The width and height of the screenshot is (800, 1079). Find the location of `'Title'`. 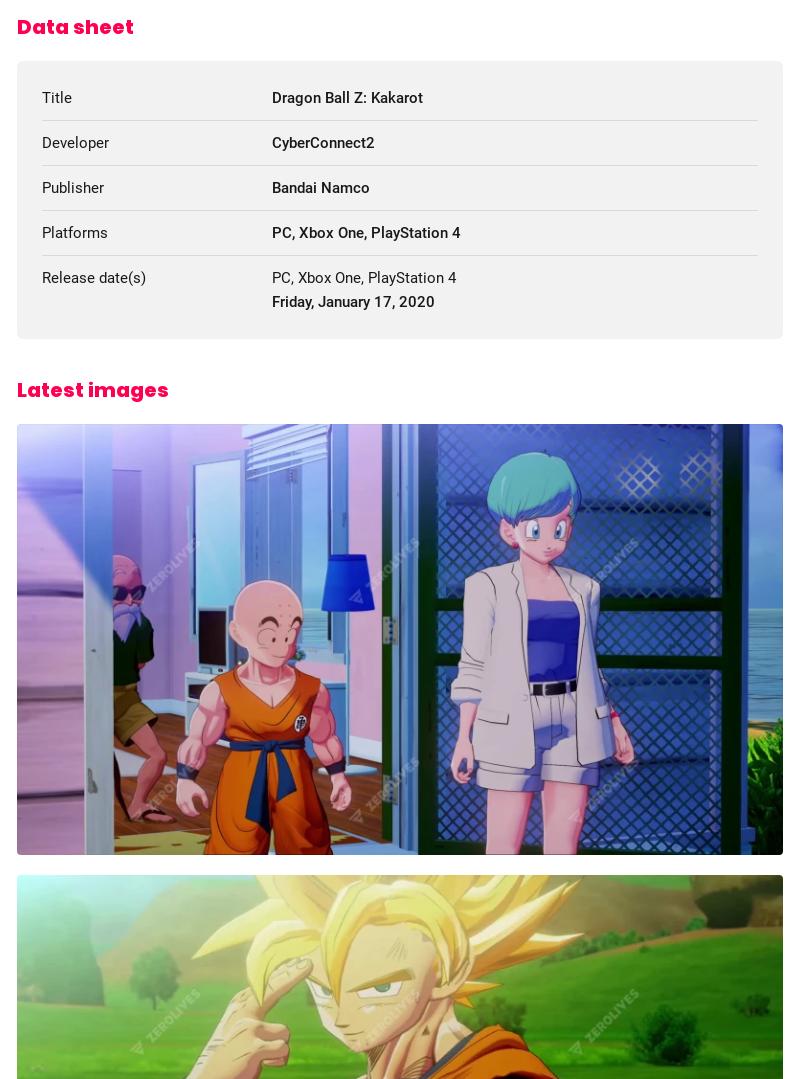

'Title' is located at coordinates (55, 97).